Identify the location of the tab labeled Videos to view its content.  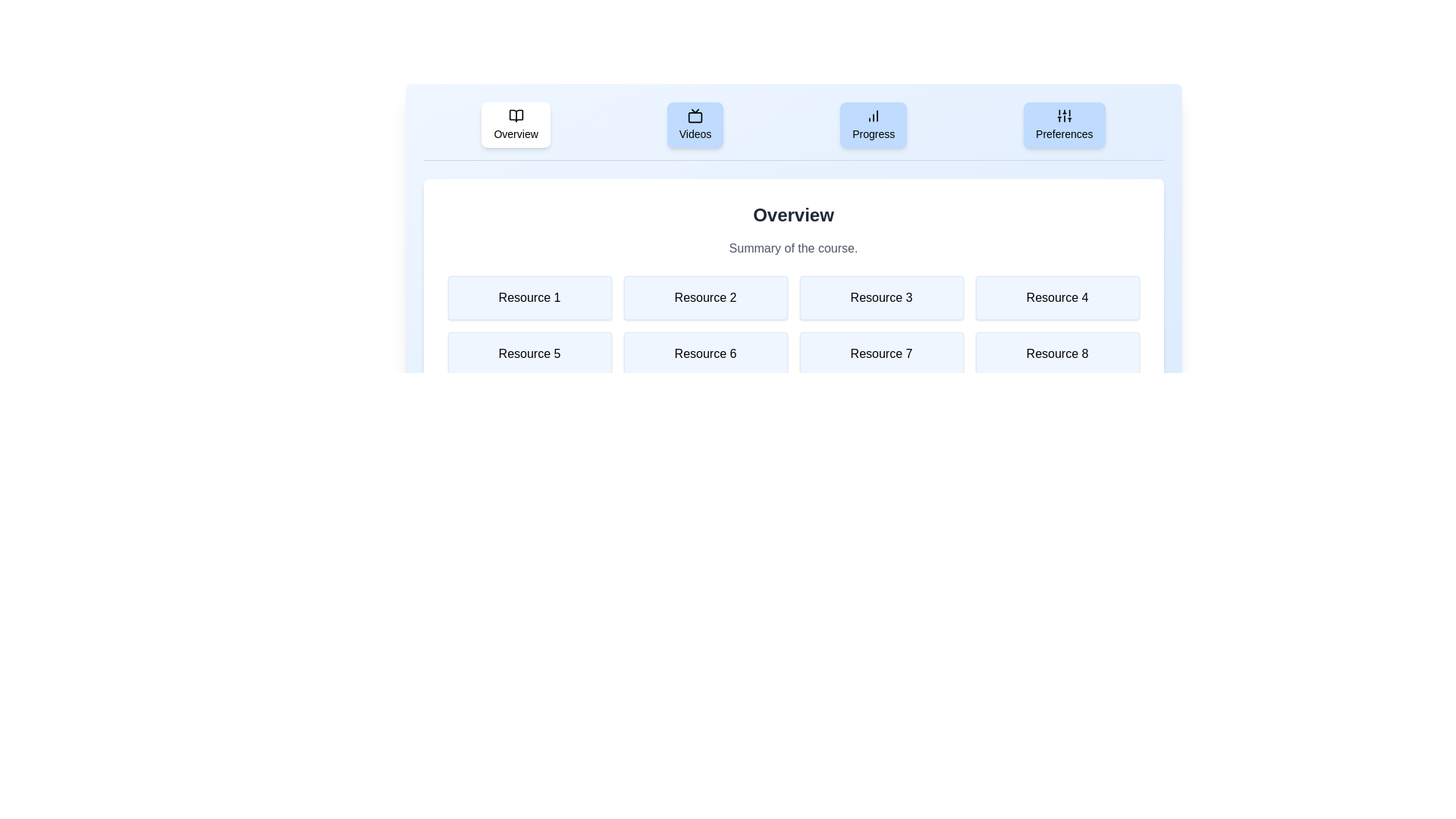
(694, 124).